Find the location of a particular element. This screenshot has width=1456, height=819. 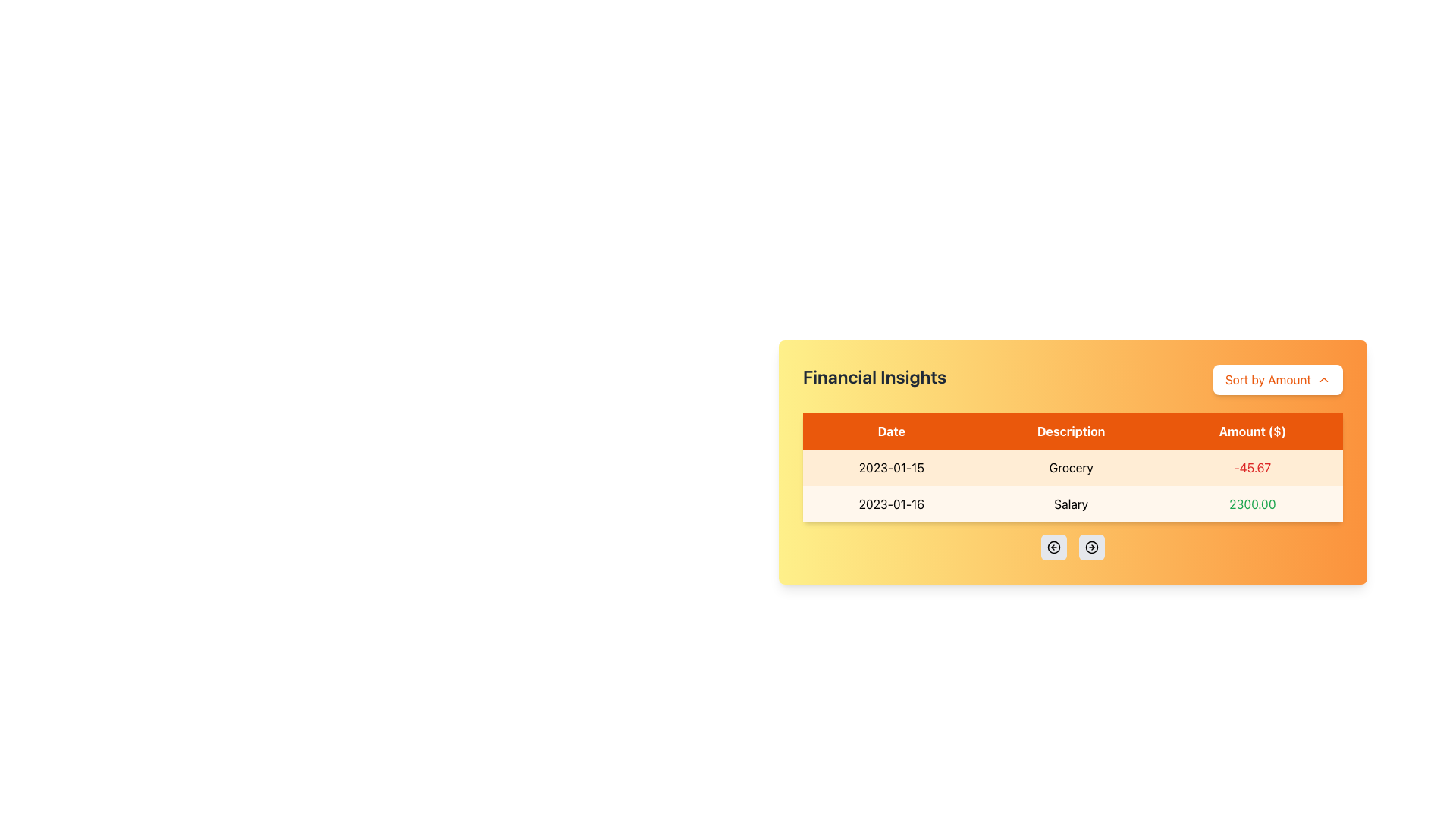

the text label that displays 'Amount ($)', which is styled in bold white font on a dark orange background and serves as a header in a table layout is located at coordinates (1252, 431).